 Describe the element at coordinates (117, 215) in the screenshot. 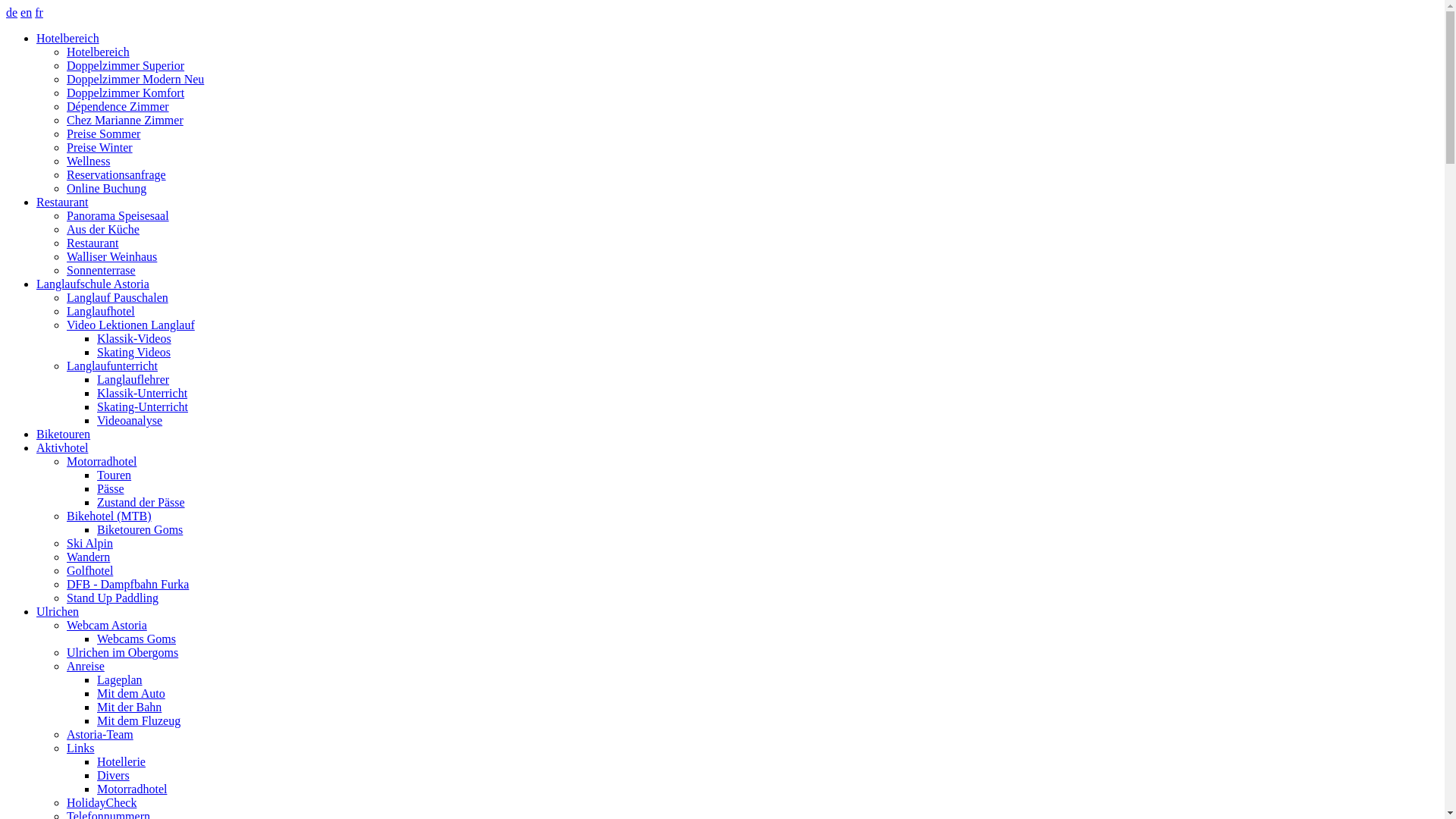

I see `'Panorama Speisesaal'` at that location.